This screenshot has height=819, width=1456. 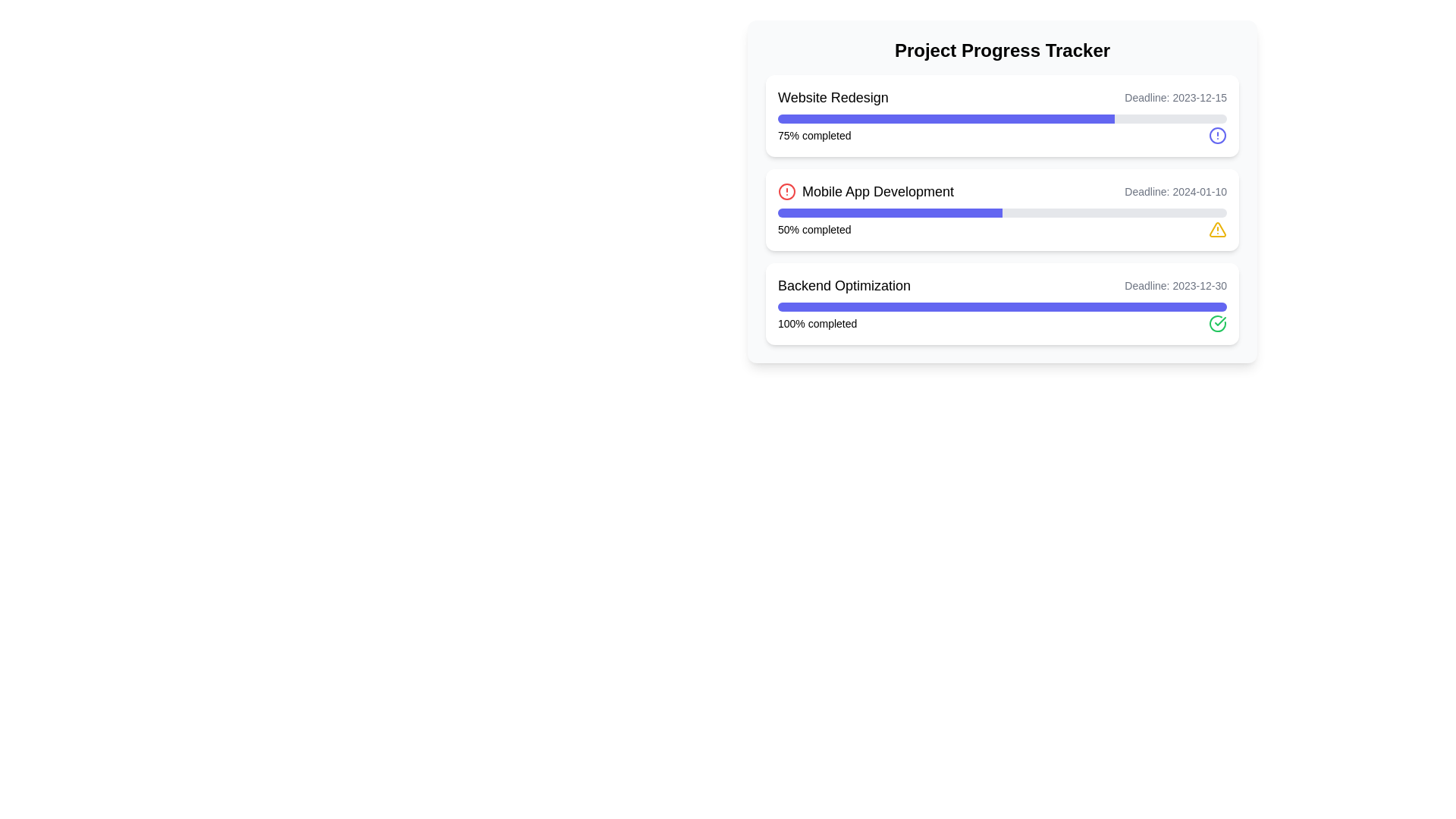 I want to click on the green checkmark icon that indicates successful completion, located at the far right of the blue progress bar, so click(x=1220, y=321).